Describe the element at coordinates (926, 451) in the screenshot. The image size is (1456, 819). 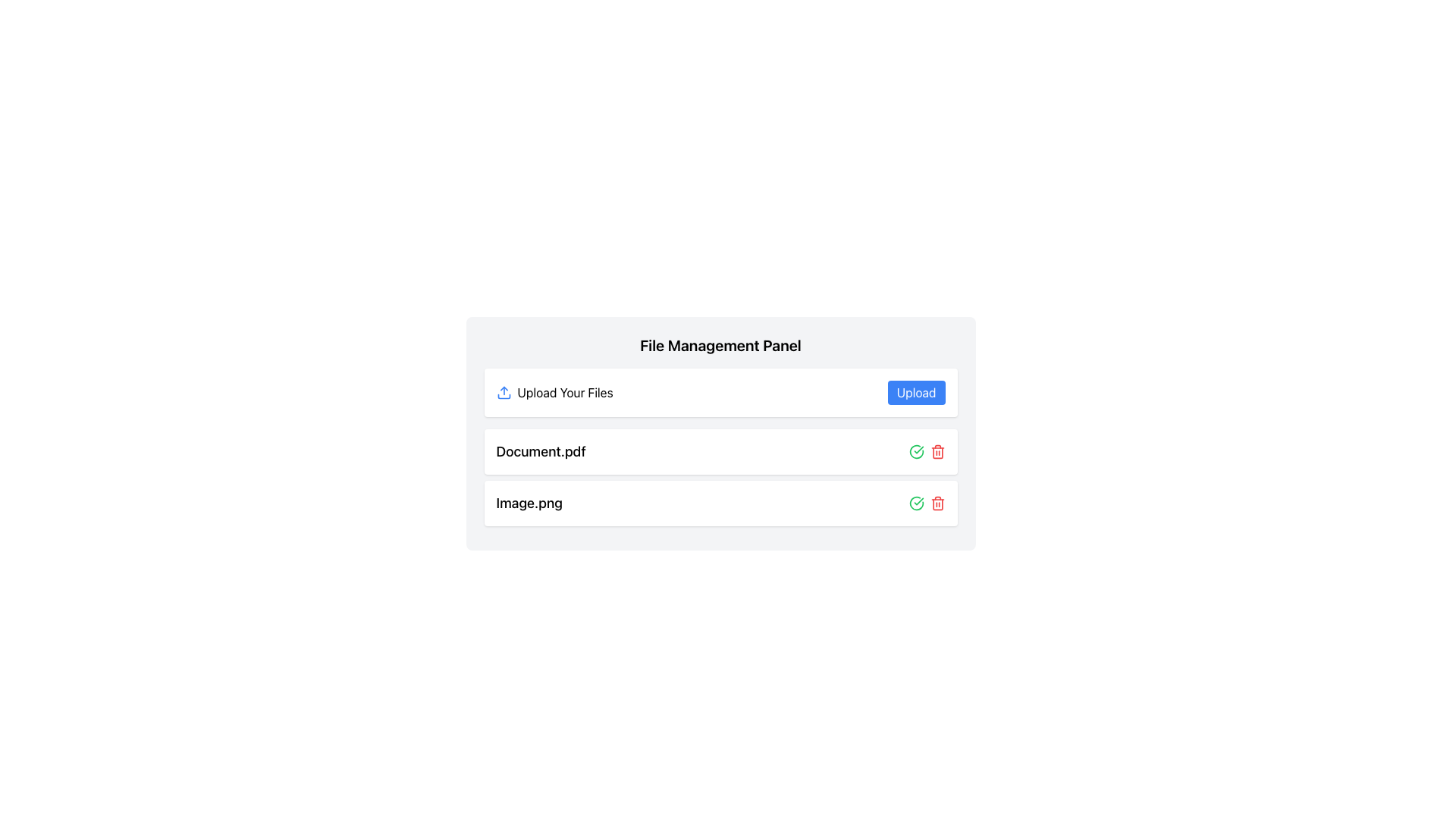
I see `the green checkmark icon in the file management panel to confirm or view the status of the file 'Document.pdf'` at that location.